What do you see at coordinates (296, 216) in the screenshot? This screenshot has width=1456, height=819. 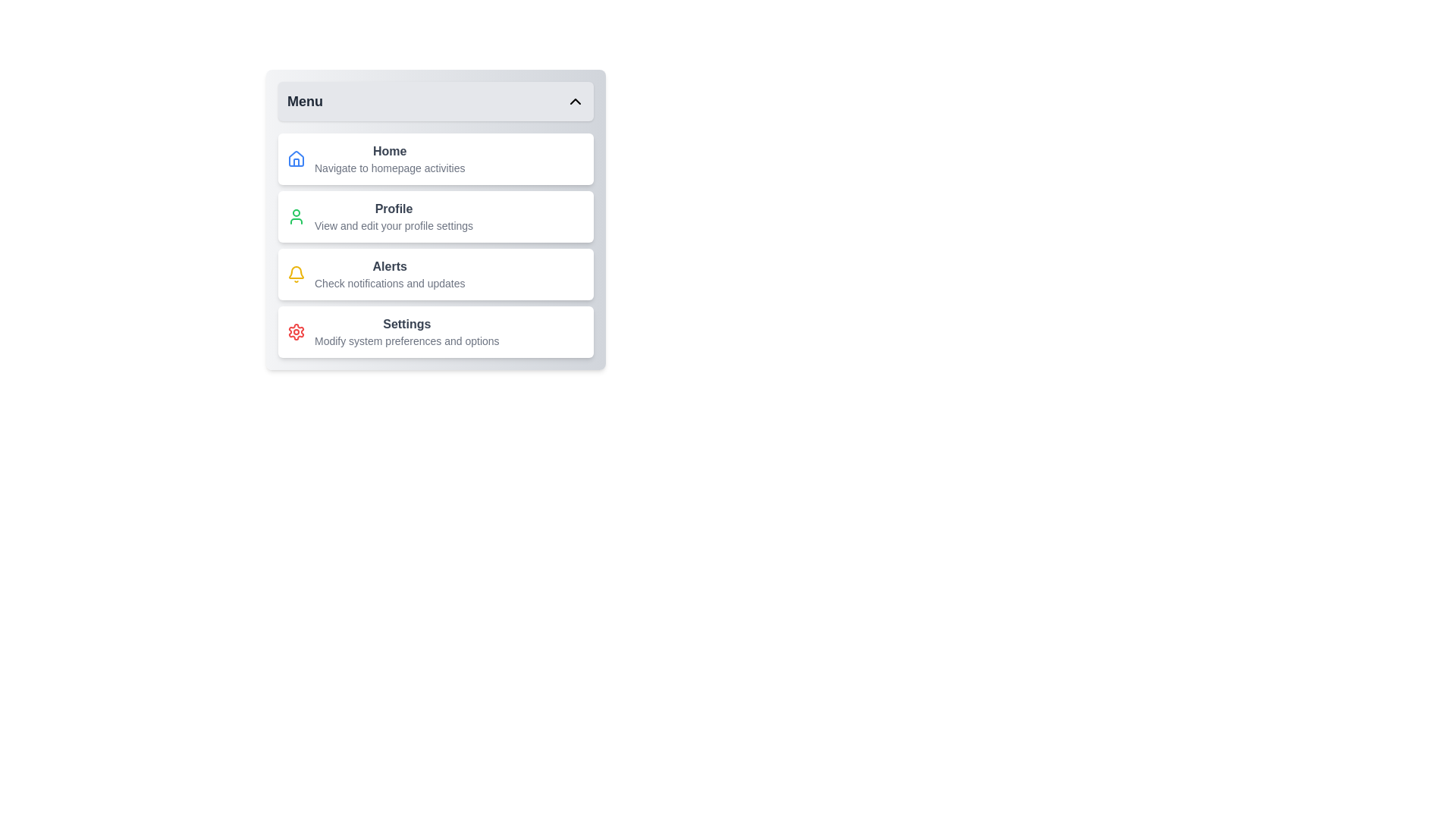 I see `the Profile icon in the menu` at bounding box center [296, 216].